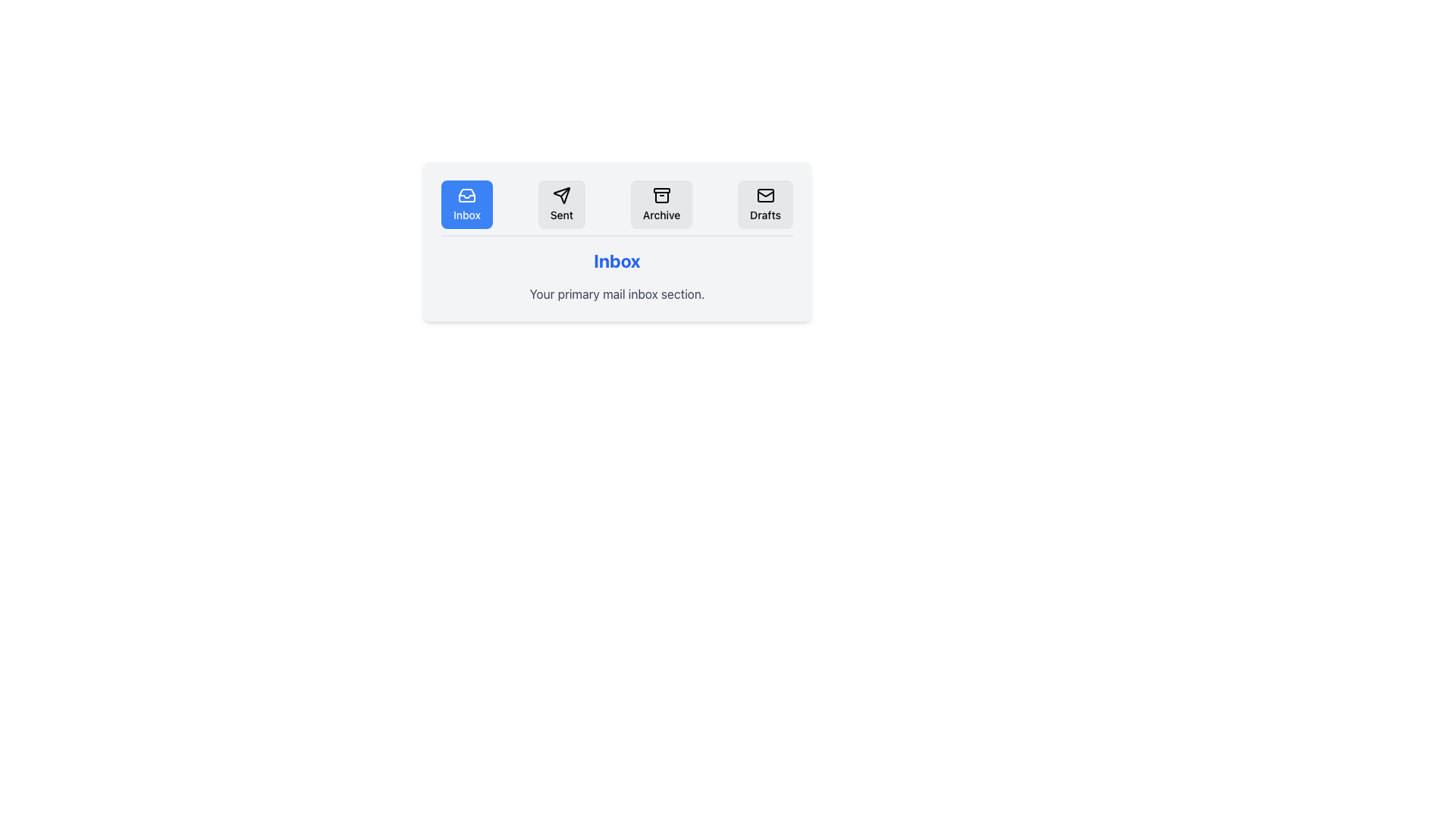 Image resolution: width=1456 pixels, height=819 pixels. What do you see at coordinates (466, 215) in the screenshot?
I see `'Inbox' text label which is styled in a smaller font size and is located within a blue, rounded rectangle button, positioned at the upper-left quadrant of the layout area` at bounding box center [466, 215].